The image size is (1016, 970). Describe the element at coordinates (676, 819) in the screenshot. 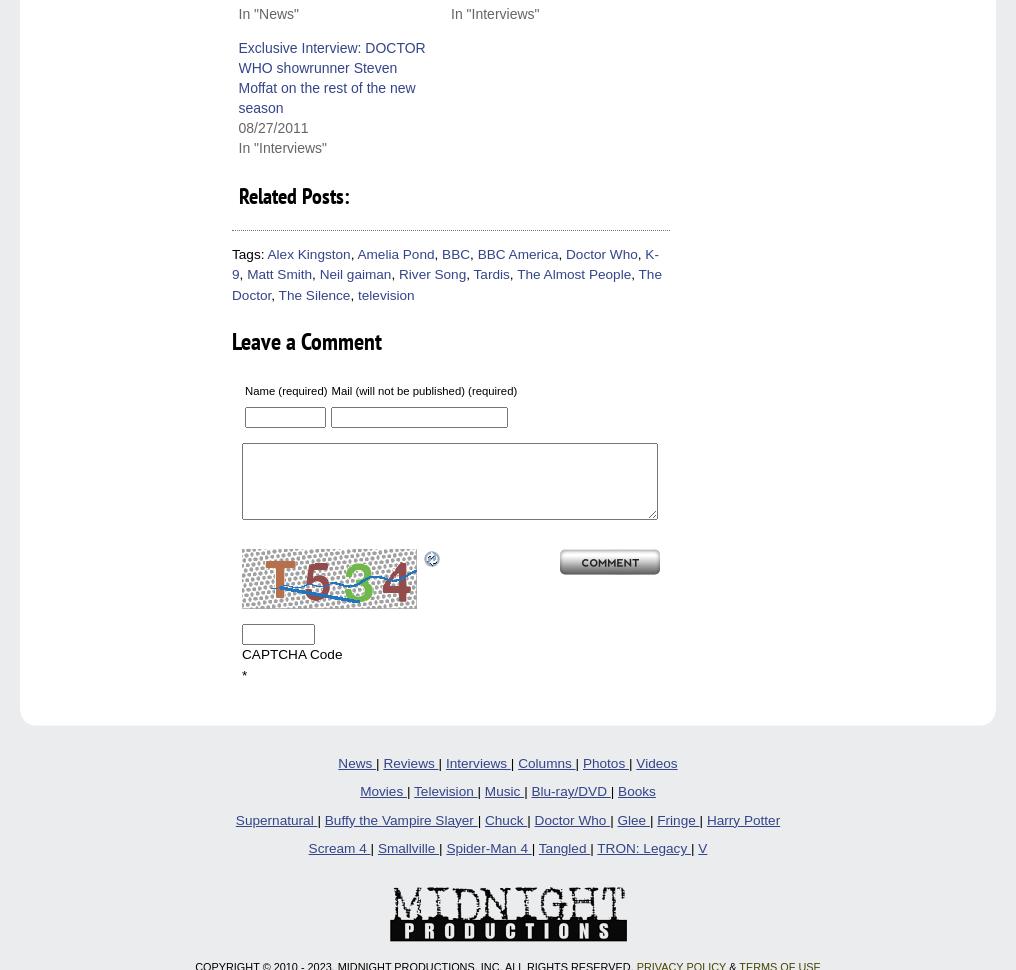

I see `'Fringe'` at that location.